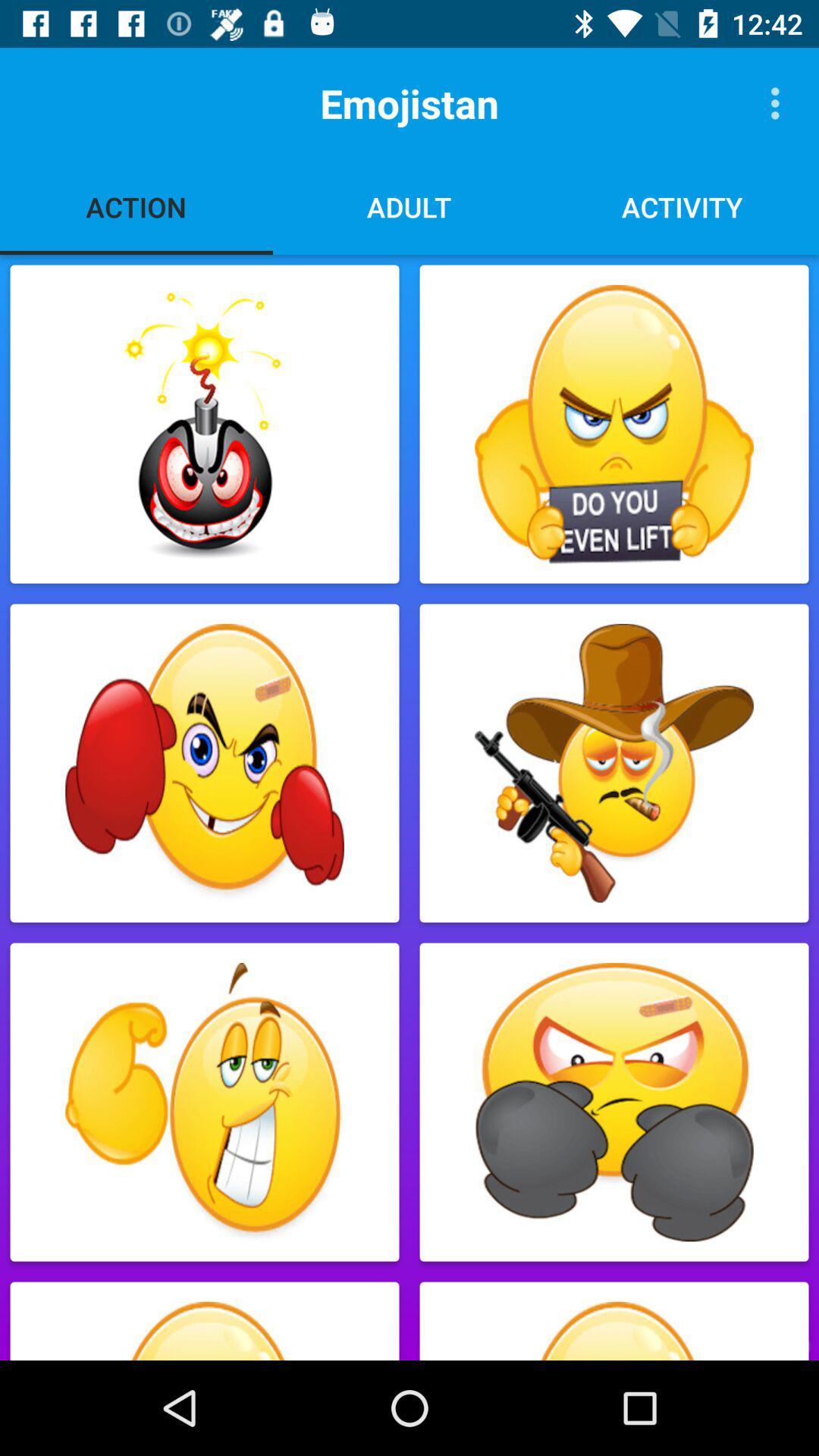  I want to click on the 2nd emoji image in 2nd row below activity, so click(614, 764).